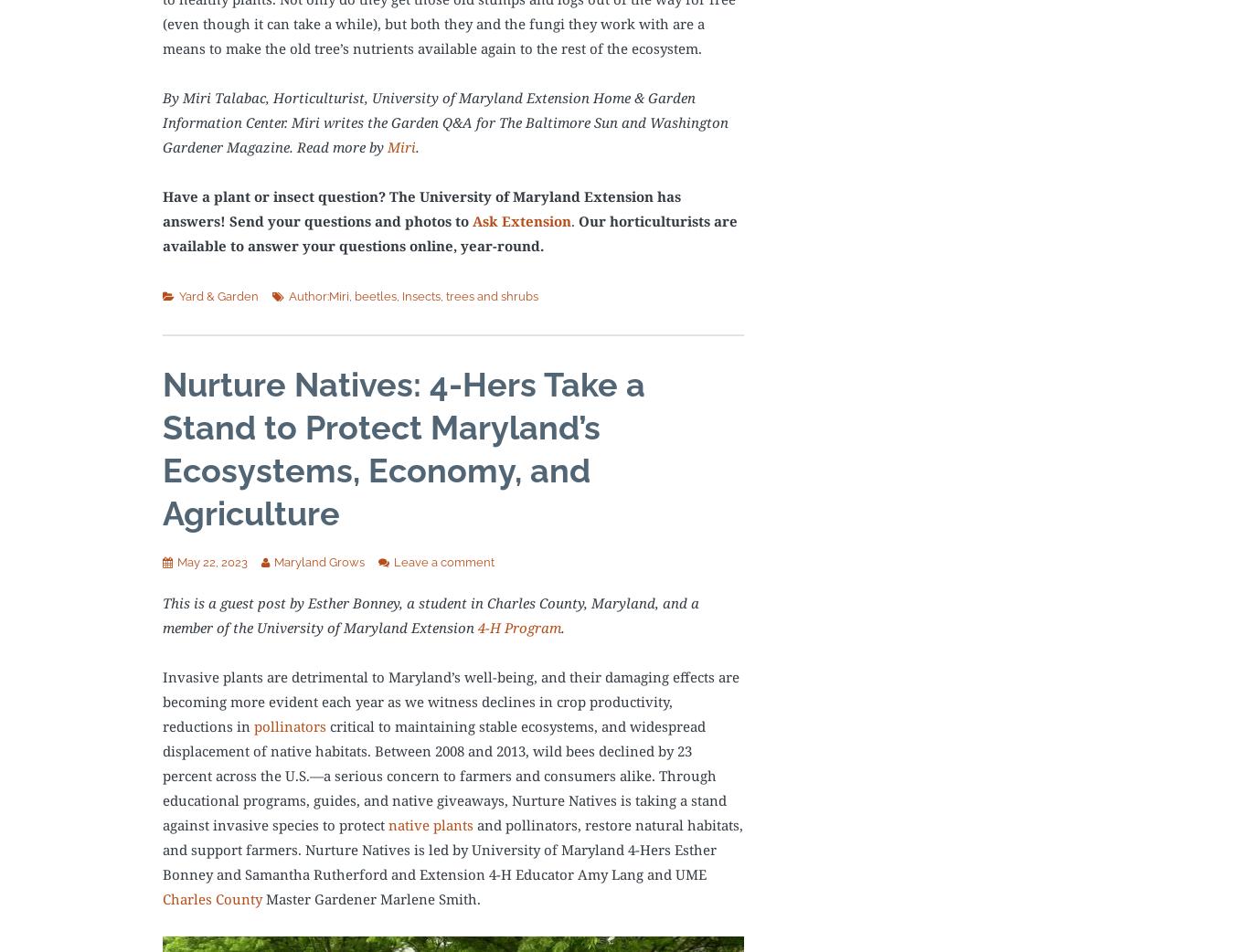 The image size is (1234, 952). I want to click on 'trees and shrubs', so click(491, 295).